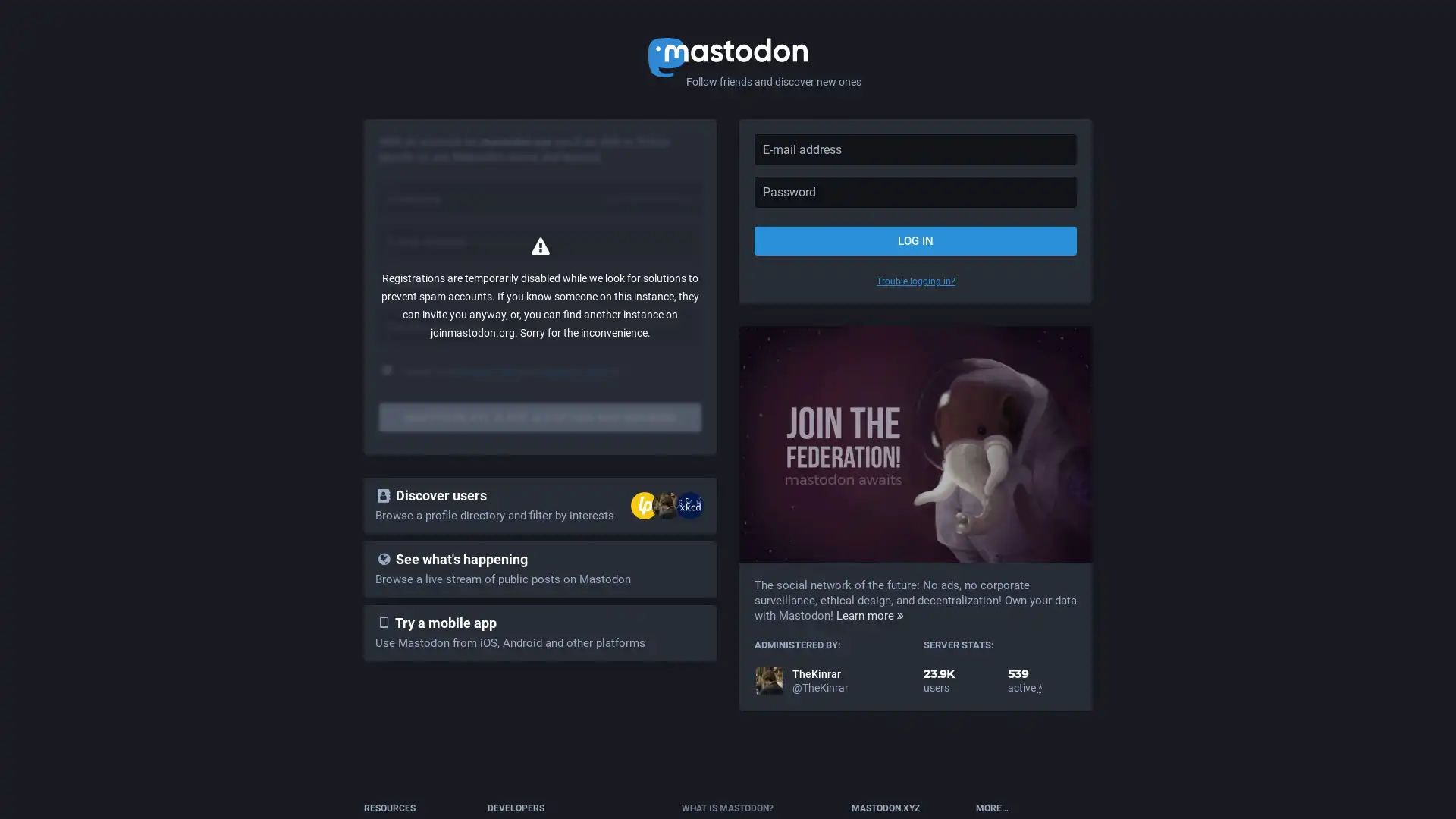 The width and height of the screenshot is (1456, 819). I want to click on MASTODON.XYZ IS NOT ACCEPTING NEW MEMBERS, so click(540, 418).